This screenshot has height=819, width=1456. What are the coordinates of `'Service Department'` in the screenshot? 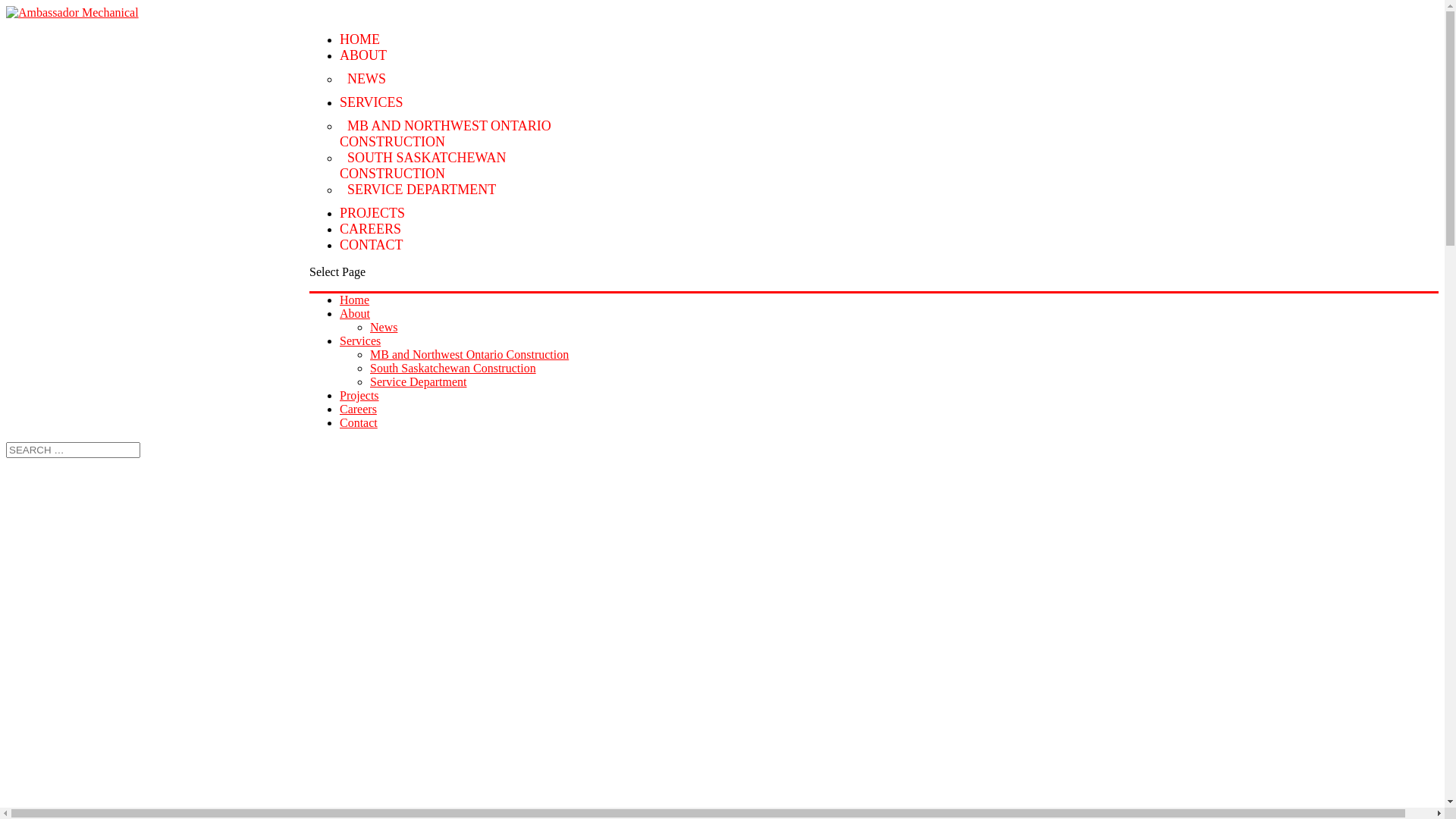 It's located at (419, 381).